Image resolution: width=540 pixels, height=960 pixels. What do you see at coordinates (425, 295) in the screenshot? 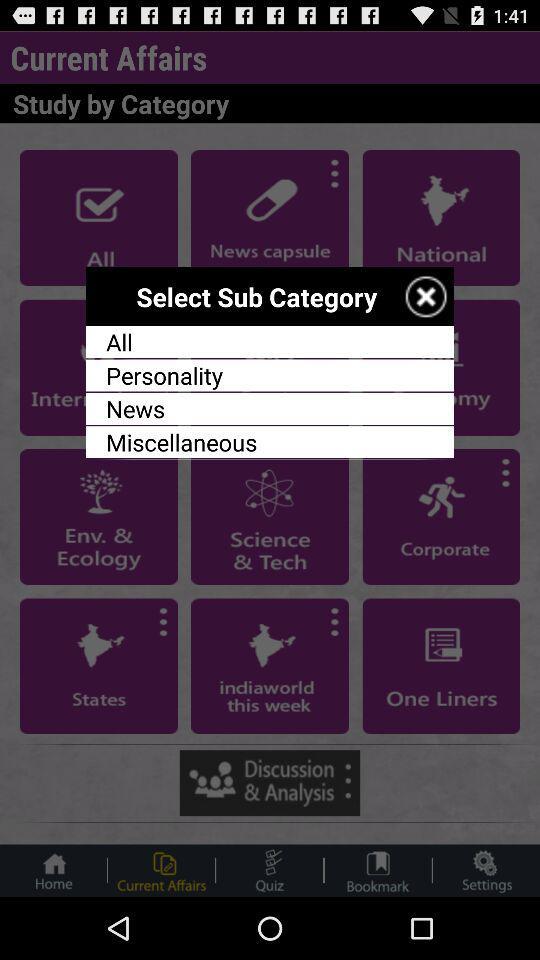
I see `sub category` at bounding box center [425, 295].